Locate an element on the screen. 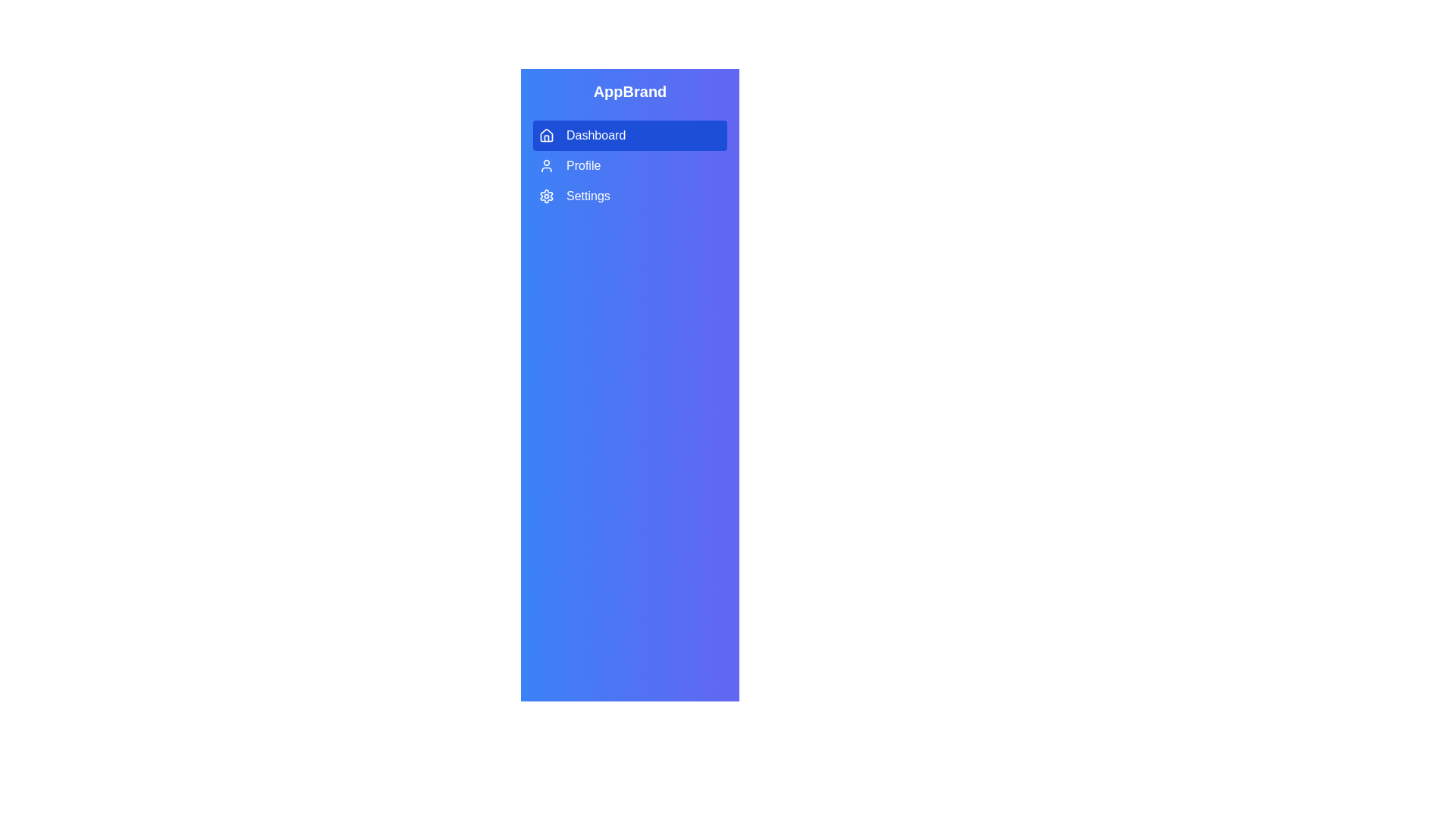 The image size is (1456, 819). 'Settings' label text located in the sidebar navigation menu, which is identified by its white font and medium weight, accompanied by a gear icon to its left is located at coordinates (587, 195).